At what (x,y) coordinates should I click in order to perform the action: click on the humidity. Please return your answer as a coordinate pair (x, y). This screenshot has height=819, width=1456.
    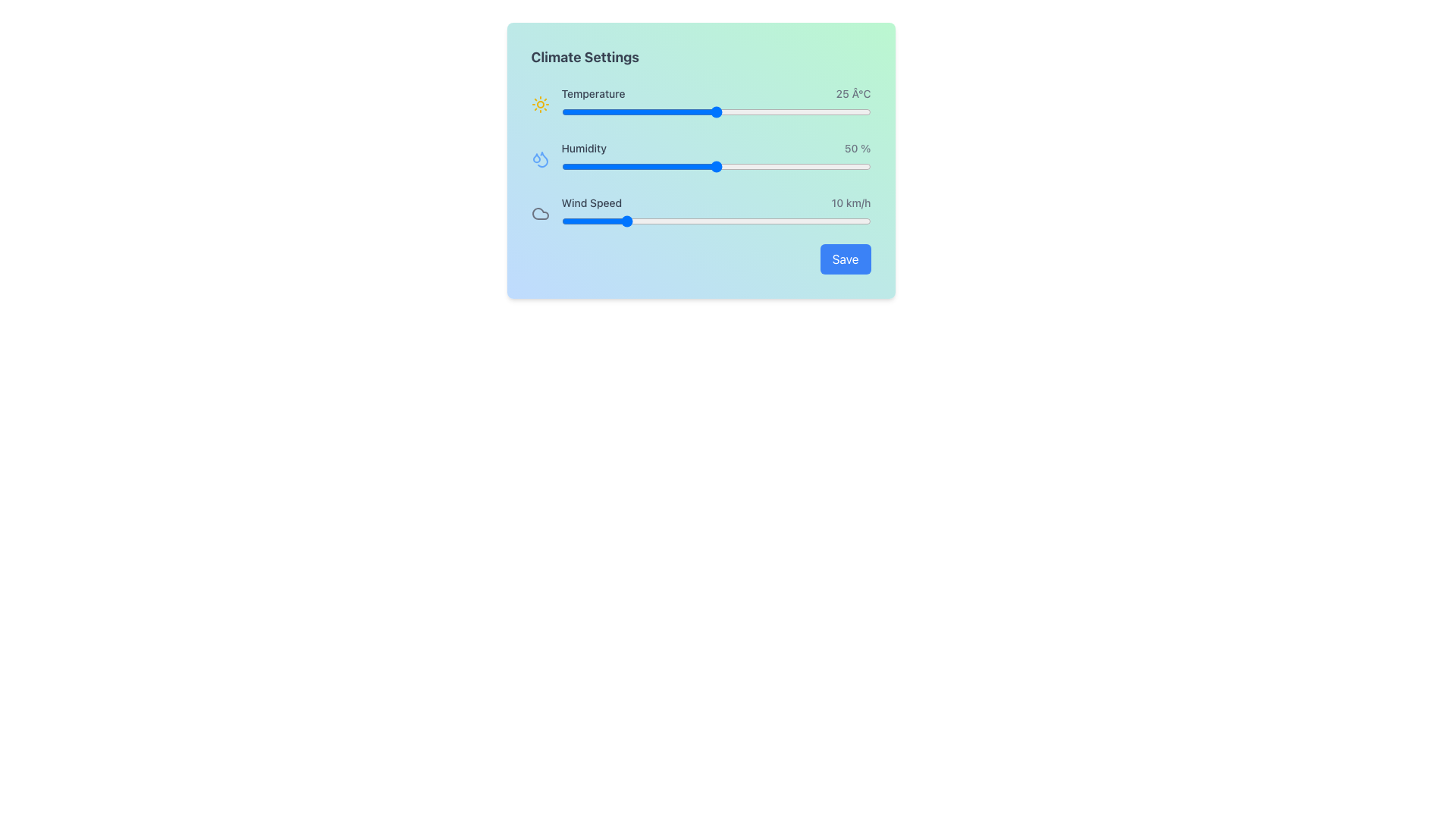
    Looking at the image, I should click on (672, 166).